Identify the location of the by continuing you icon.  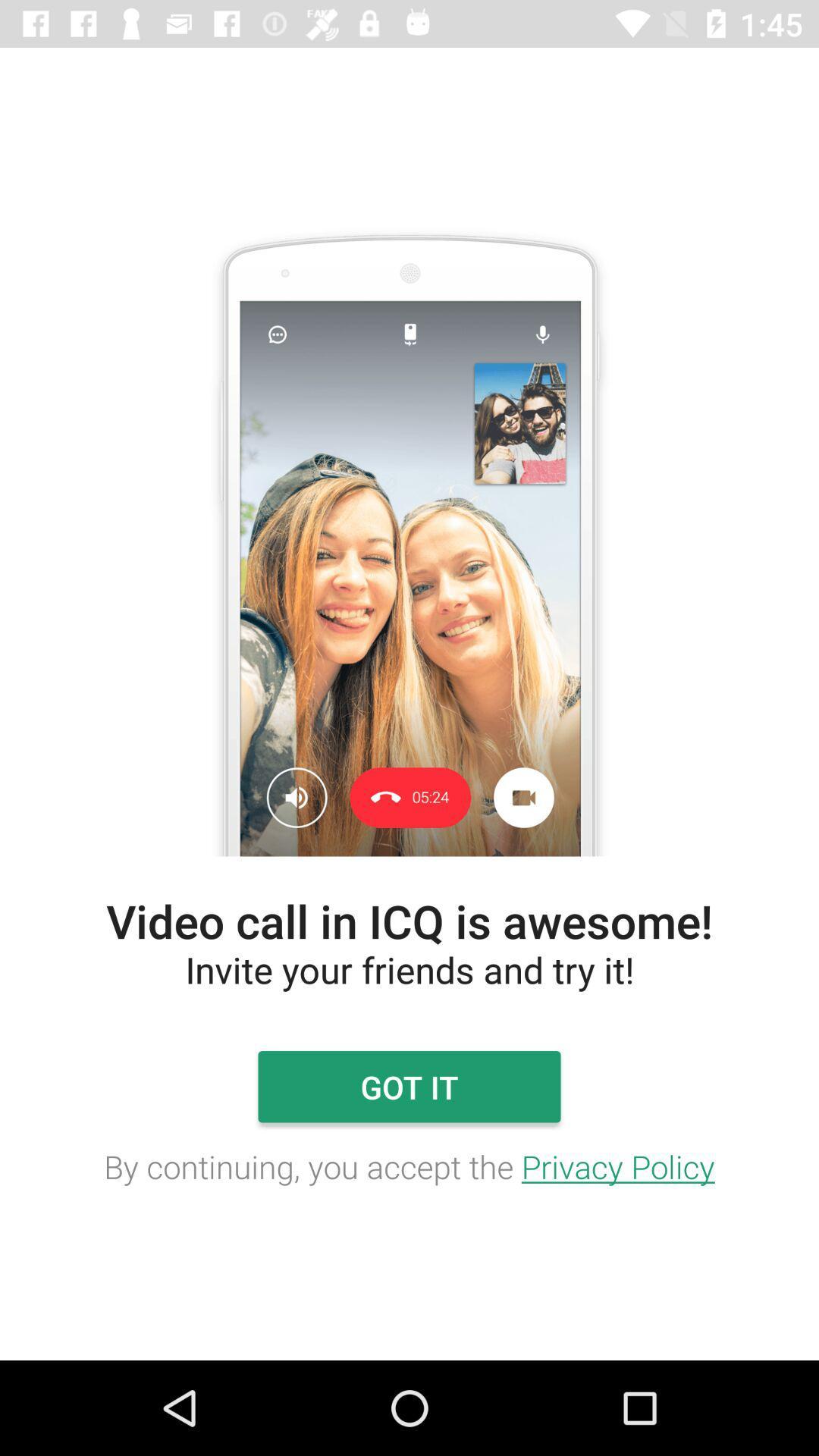
(409, 1166).